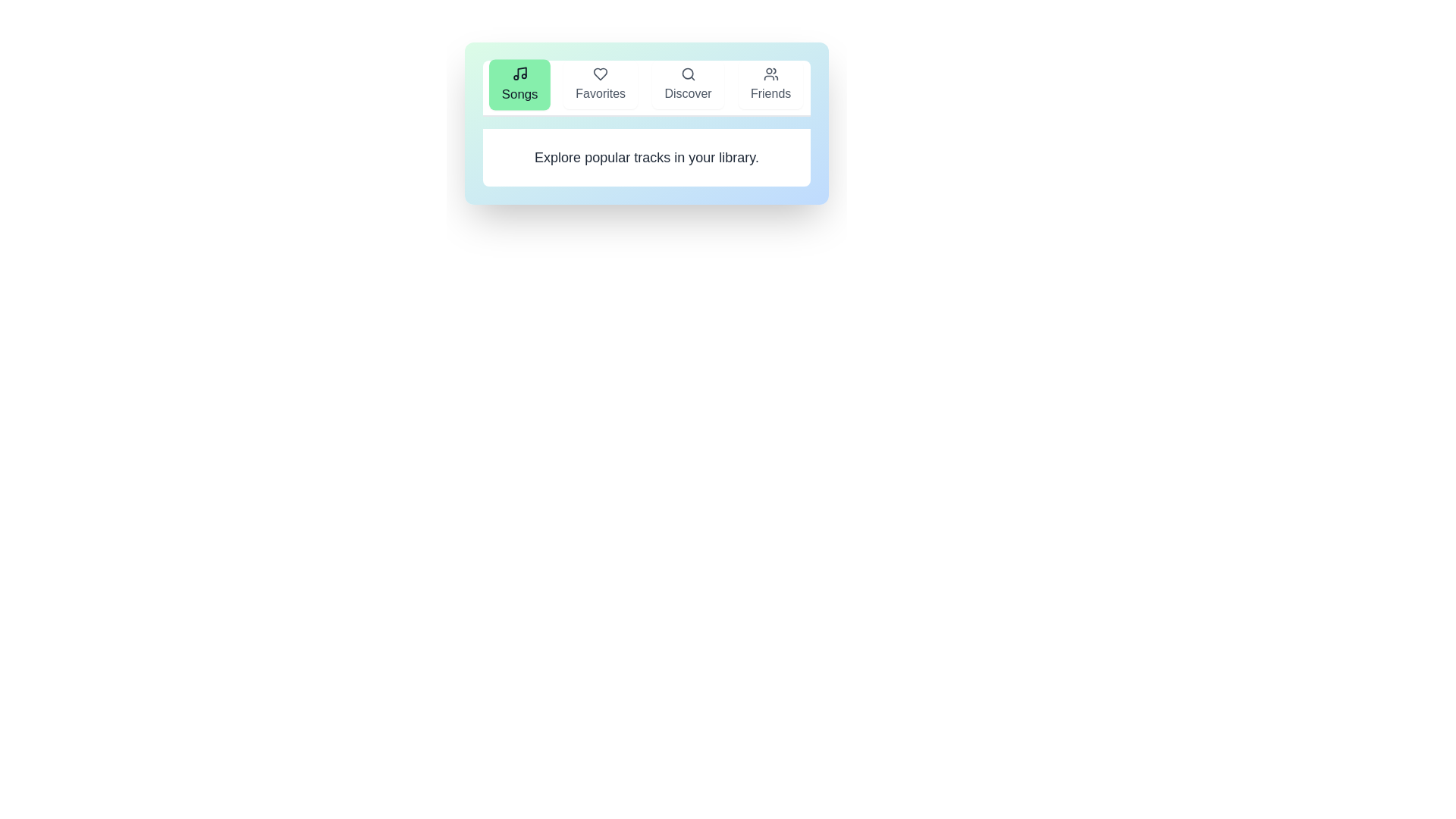  Describe the element at coordinates (600, 84) in the screenshot. I see `the tab labeled Favorites to view its specific content` at that location.